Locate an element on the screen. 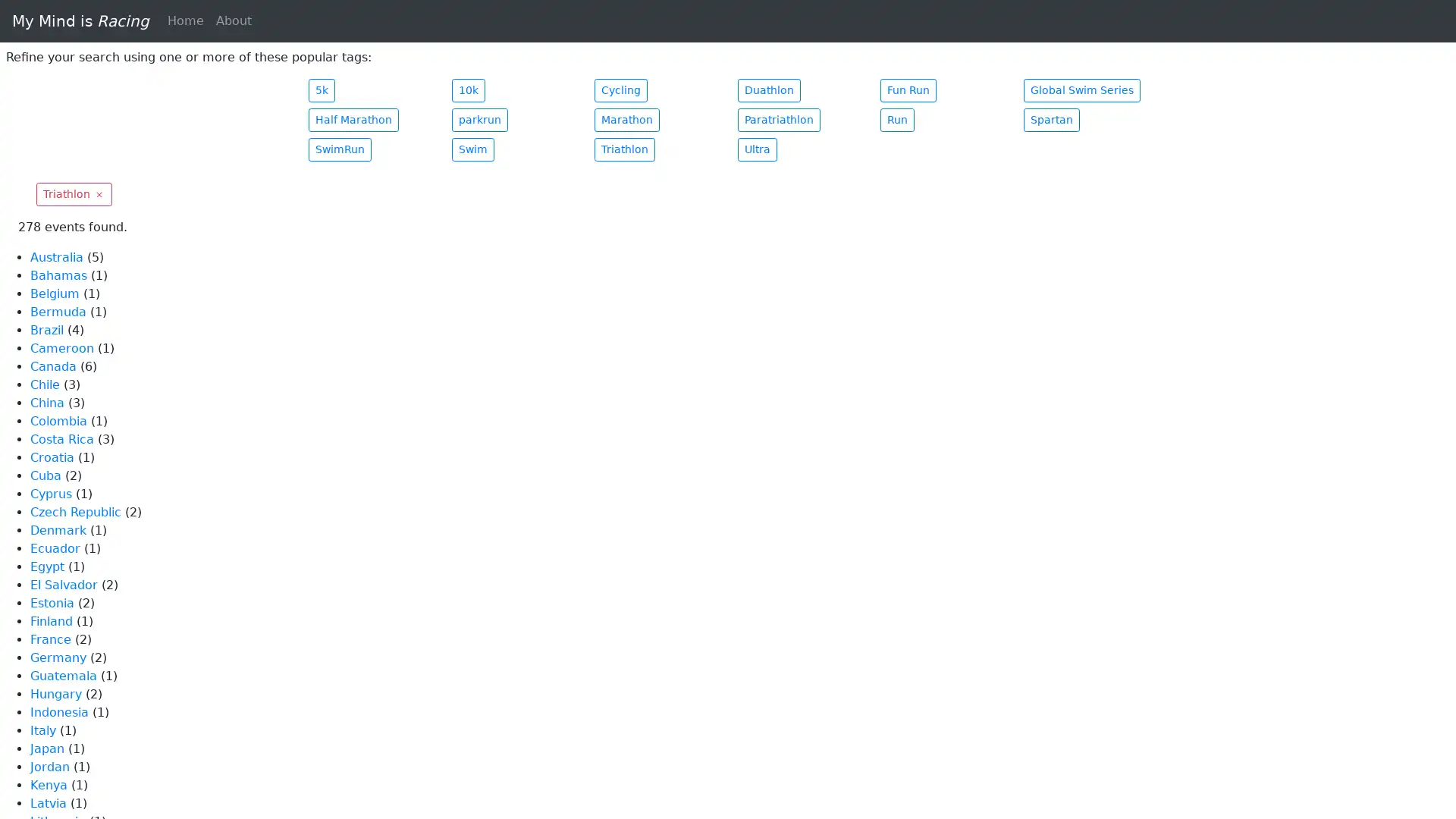  Cycling is located at coordinates (621, 90).